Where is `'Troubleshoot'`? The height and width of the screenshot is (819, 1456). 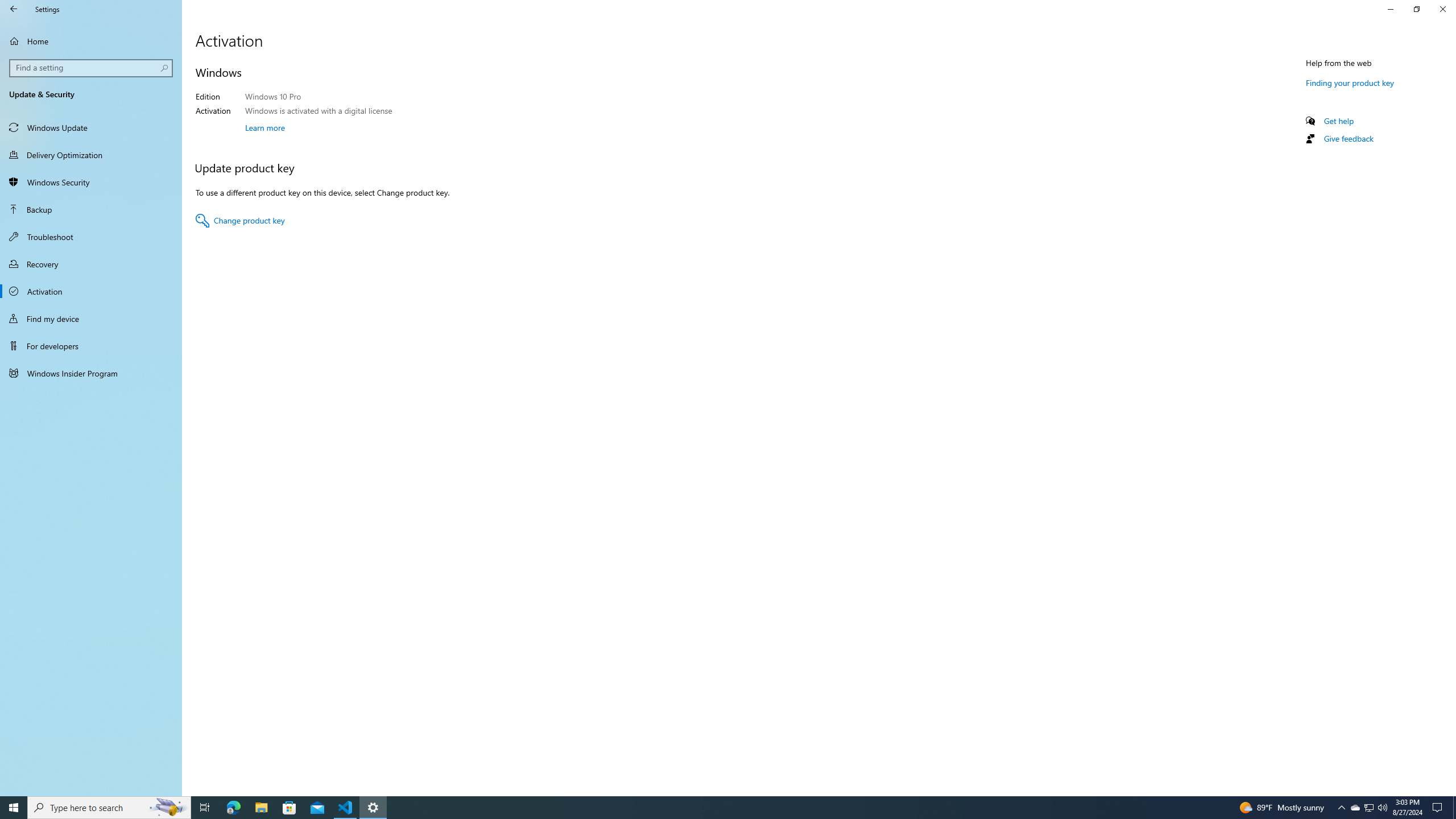 'Troubleshoot' is located at coordinates (90, 236).